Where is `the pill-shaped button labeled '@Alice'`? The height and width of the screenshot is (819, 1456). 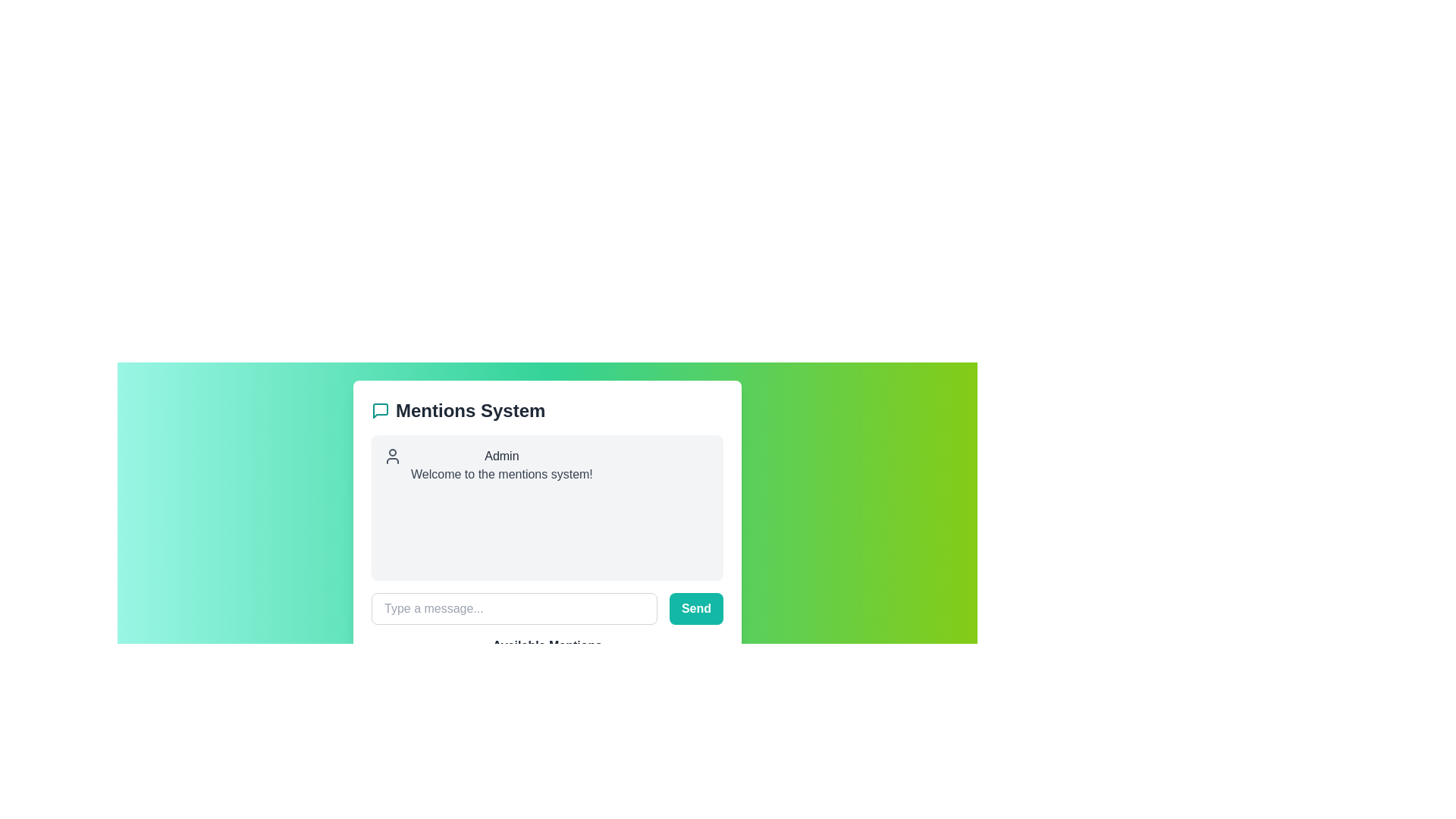
the pill-shaped button labeled '@Alice' is located at coordinates (526, 672).